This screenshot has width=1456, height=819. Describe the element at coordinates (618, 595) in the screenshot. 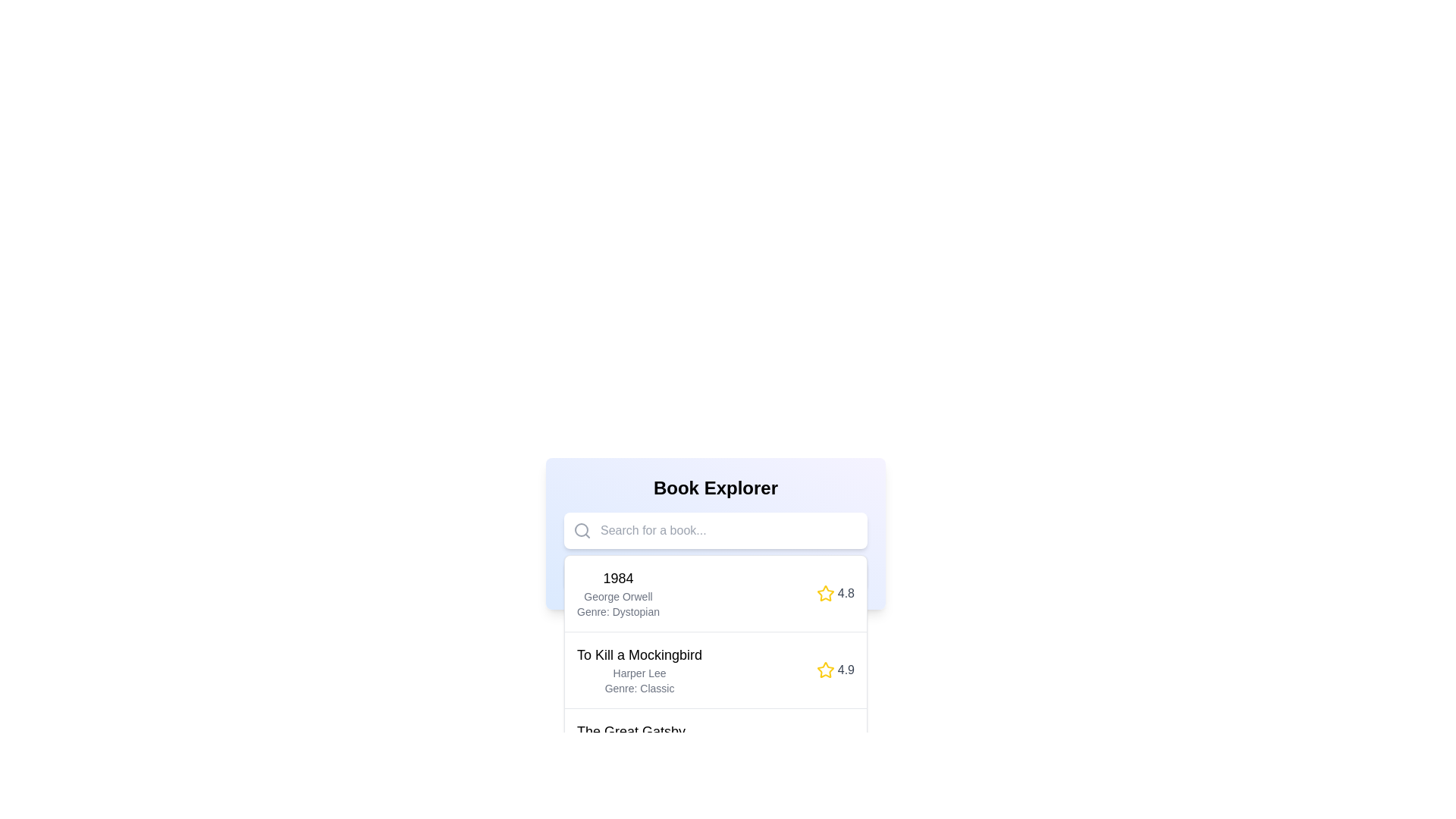

I see `text label displaying 'George Orwell', which is positioned below the title '1984' and above the genre information 'Genre: Dystopian'` at that location.